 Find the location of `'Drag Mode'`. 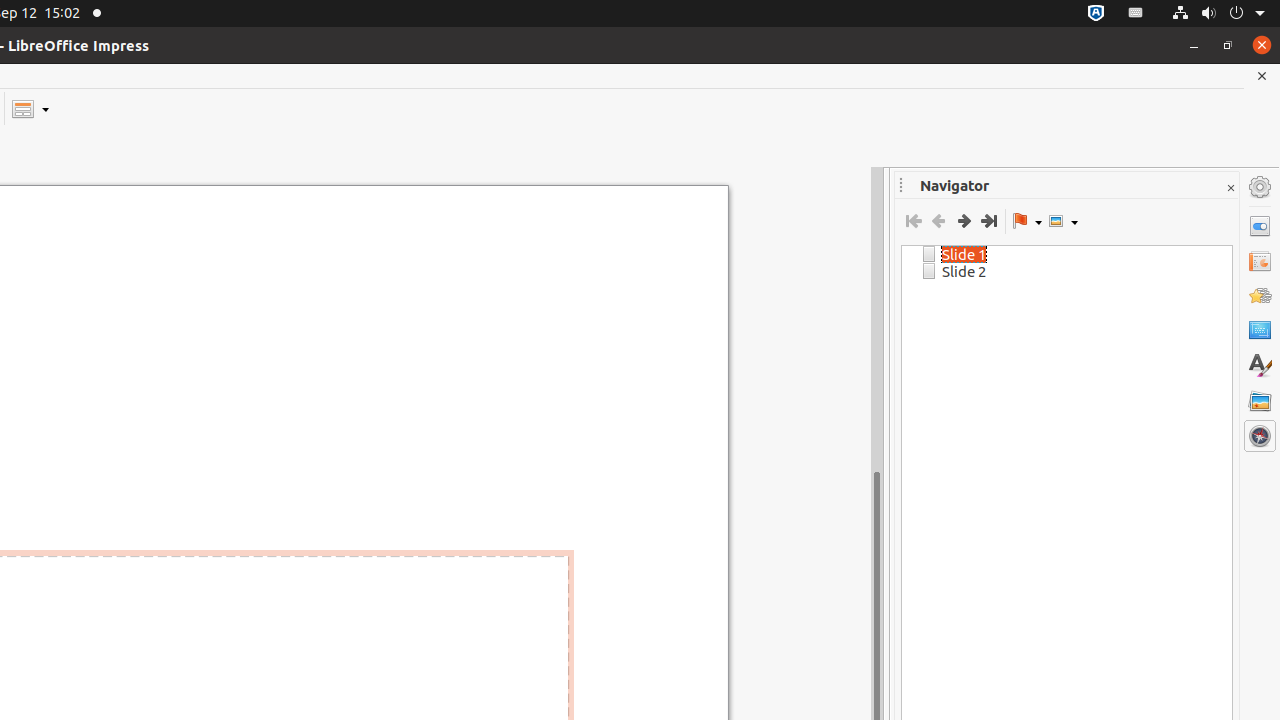

'Drag Mode' is located at coordinates (1026, 221).